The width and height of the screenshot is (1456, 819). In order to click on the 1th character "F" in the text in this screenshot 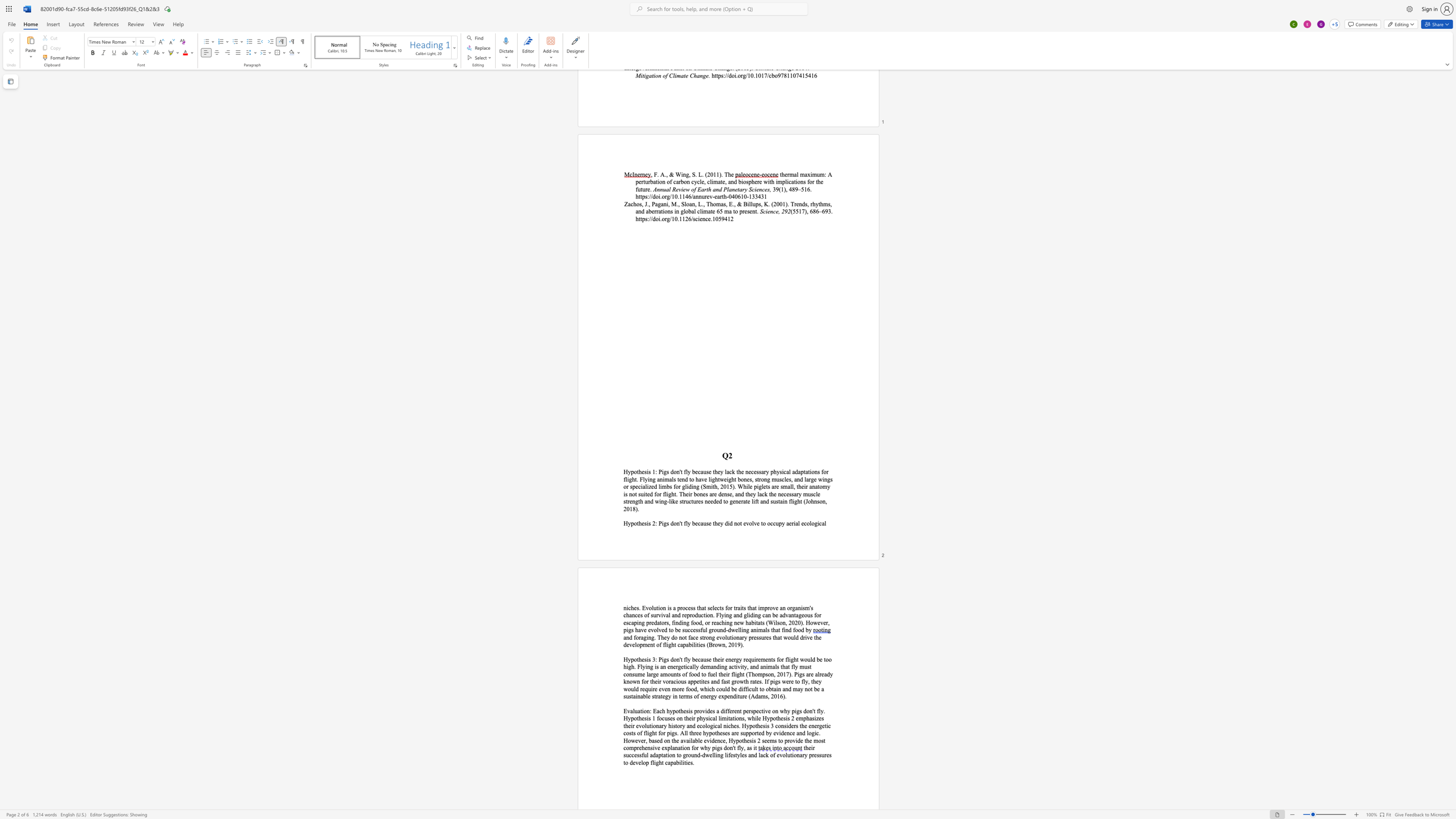, I will do `click(638, 666)`.